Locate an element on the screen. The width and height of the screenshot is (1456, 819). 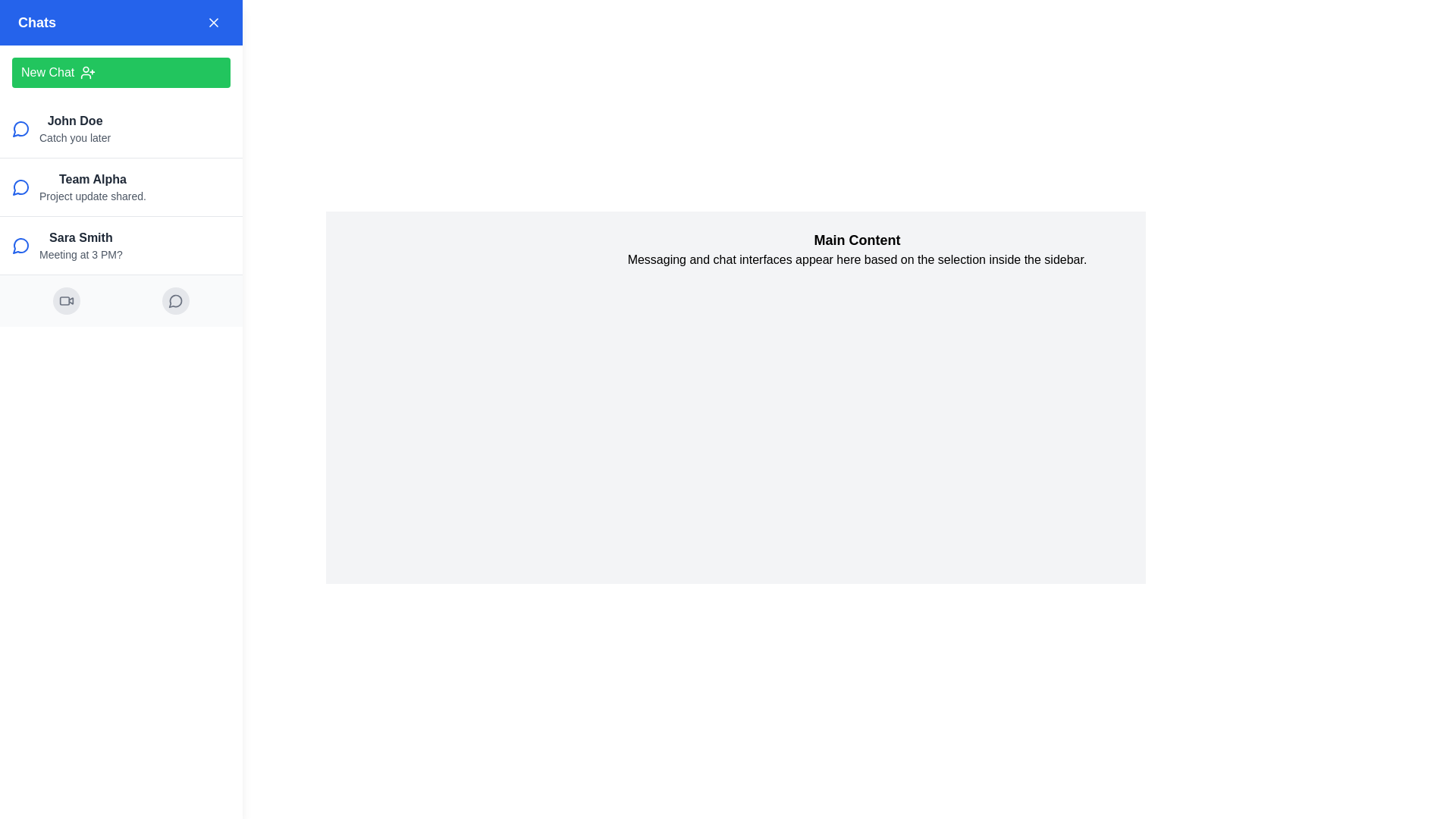
the rounded button in the bottom-right corner of the footer section that has a speech bubble icon is located at coordinates (175, 301).